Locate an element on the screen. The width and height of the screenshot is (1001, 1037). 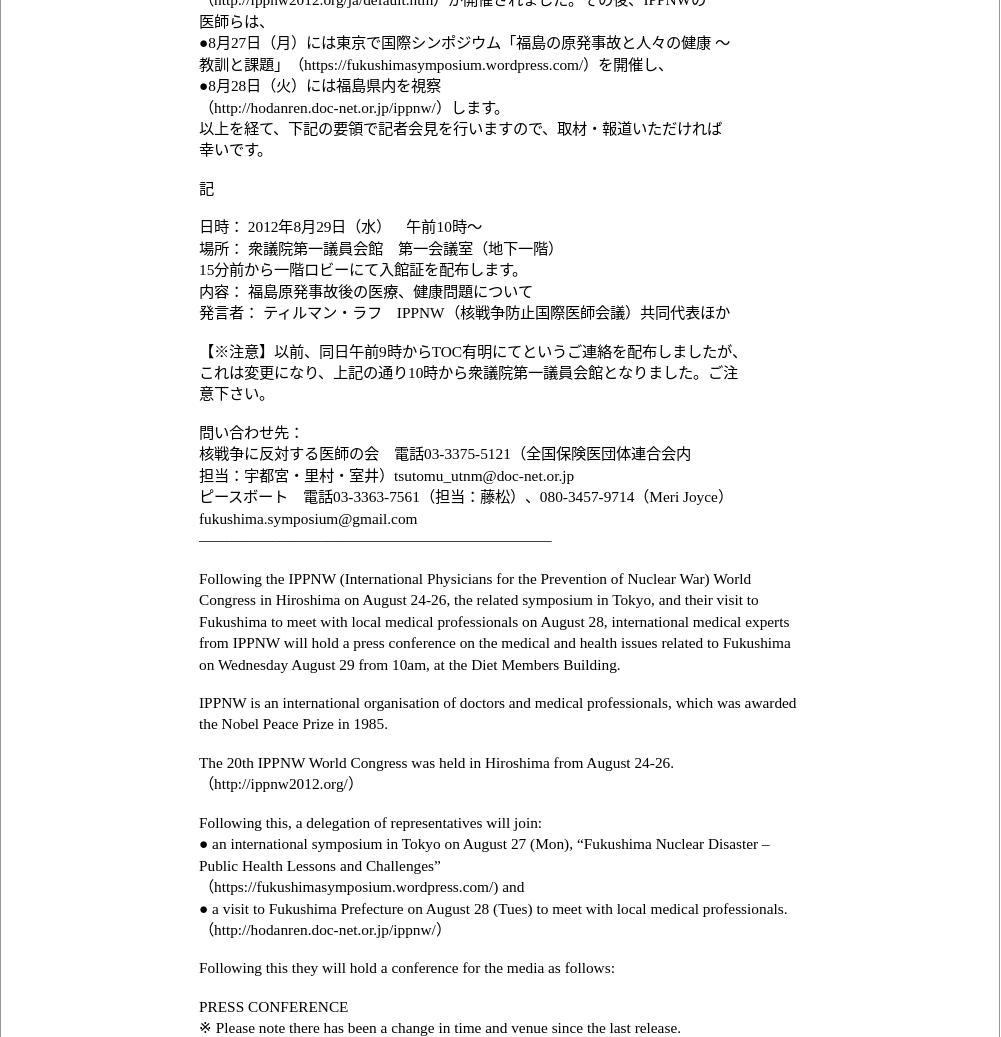
'● a visit to Fukushima Prefecture on August 28 (Tues) to meet with local medical professionals.' is located at coordinates (492, 907).